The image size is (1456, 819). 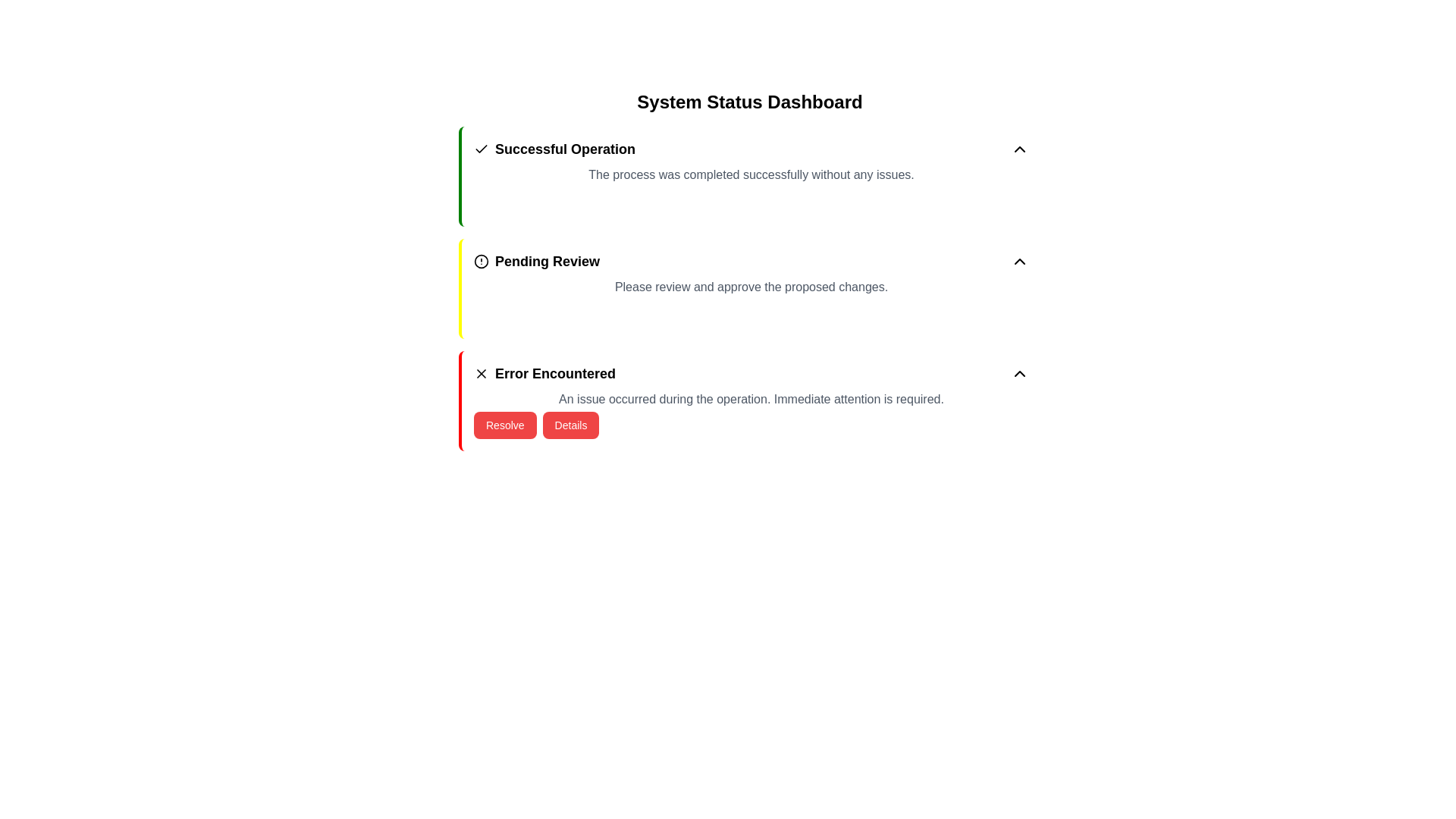 I want to click on the Status Label displaying the yellow warning icon and the text 'Pending Review' in bold, located in the System Status Dashboard between 'Successful Operation' and 'Error Encountered', so click(x=537, y=260).